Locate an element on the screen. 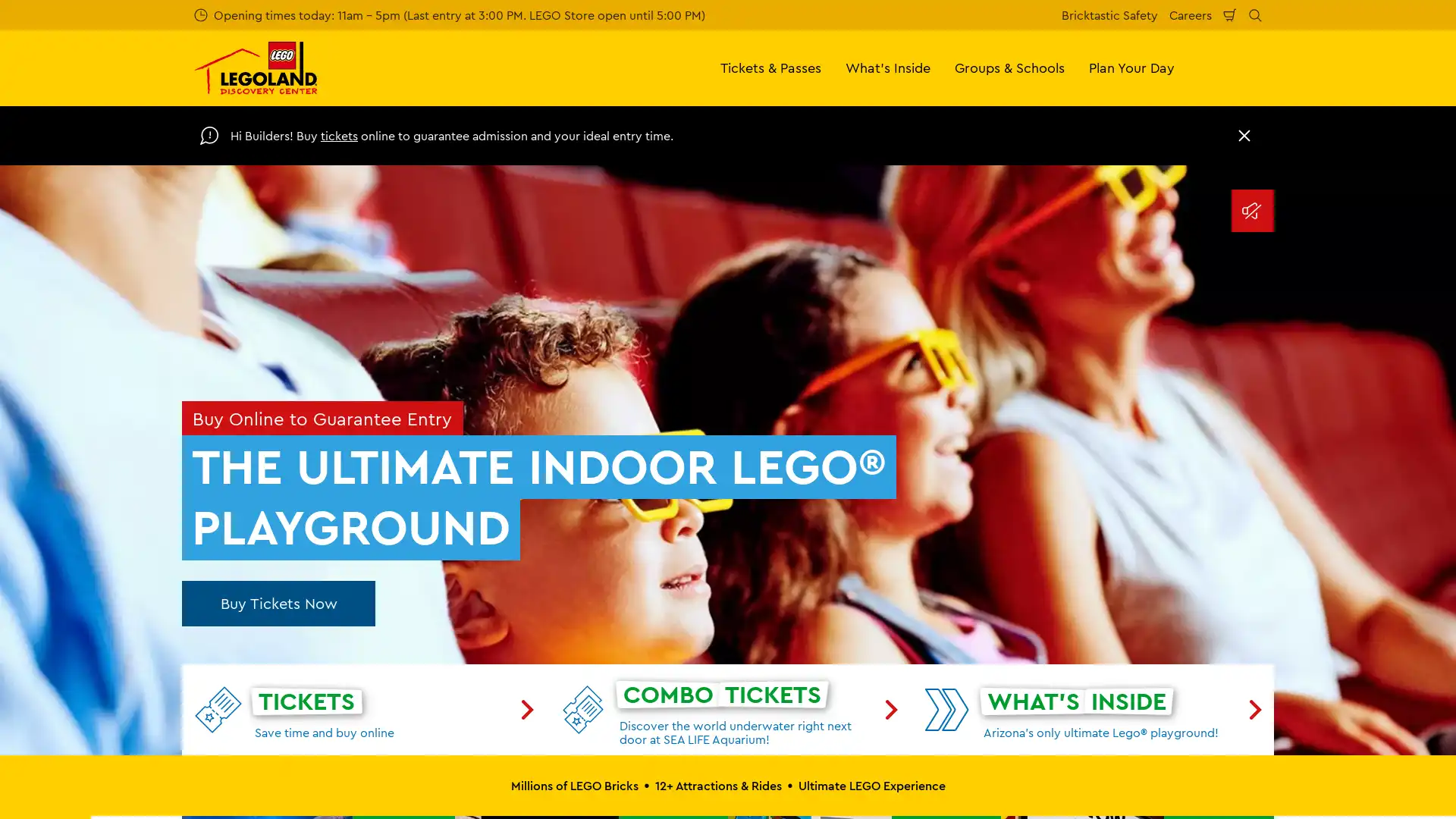 This screenshot has height=819, width=1456. Tickets & Passes is located at coordinates (770, 67).